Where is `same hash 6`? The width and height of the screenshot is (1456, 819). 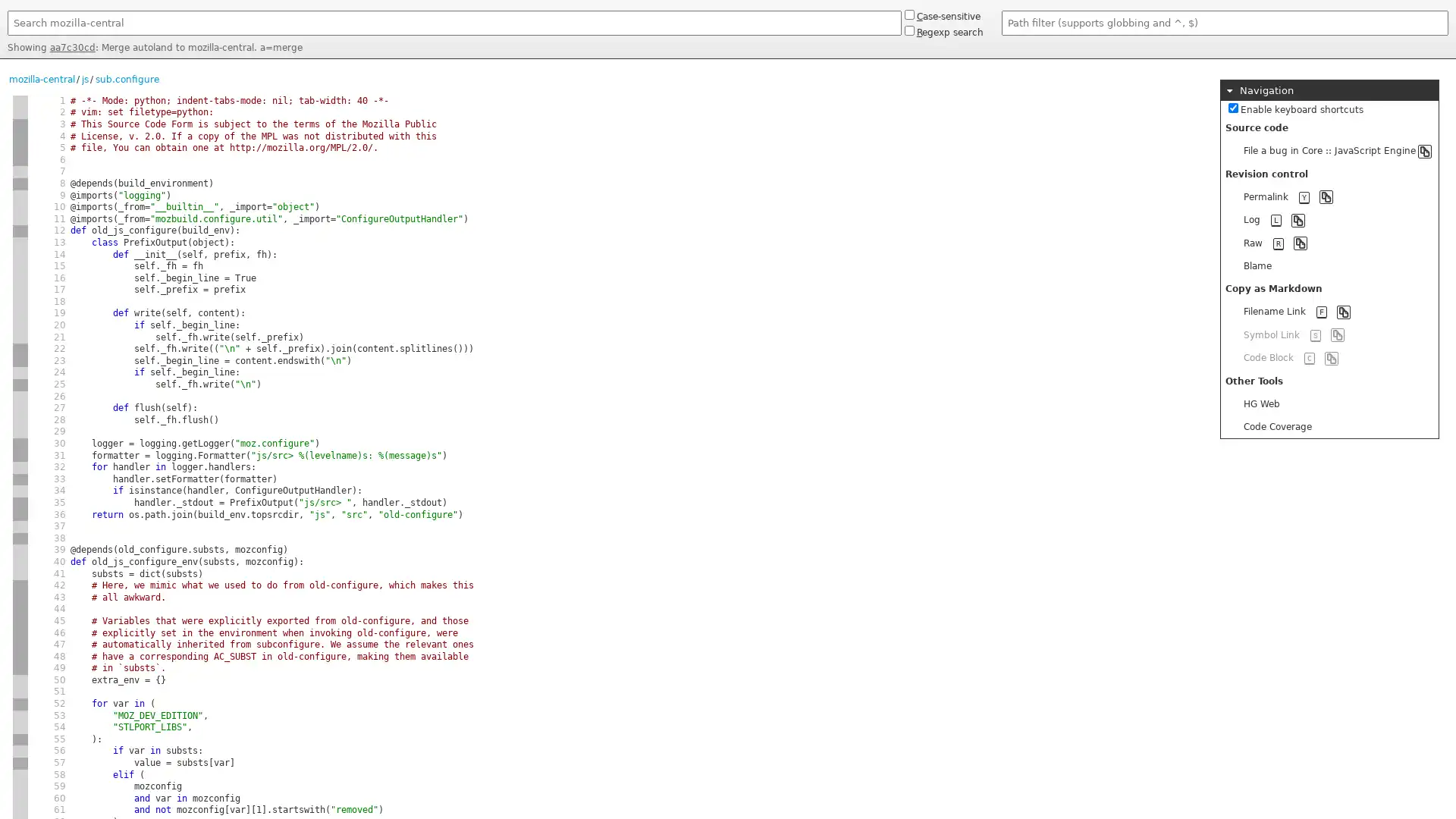 same hash 6 is located at coordinates (20, 325).